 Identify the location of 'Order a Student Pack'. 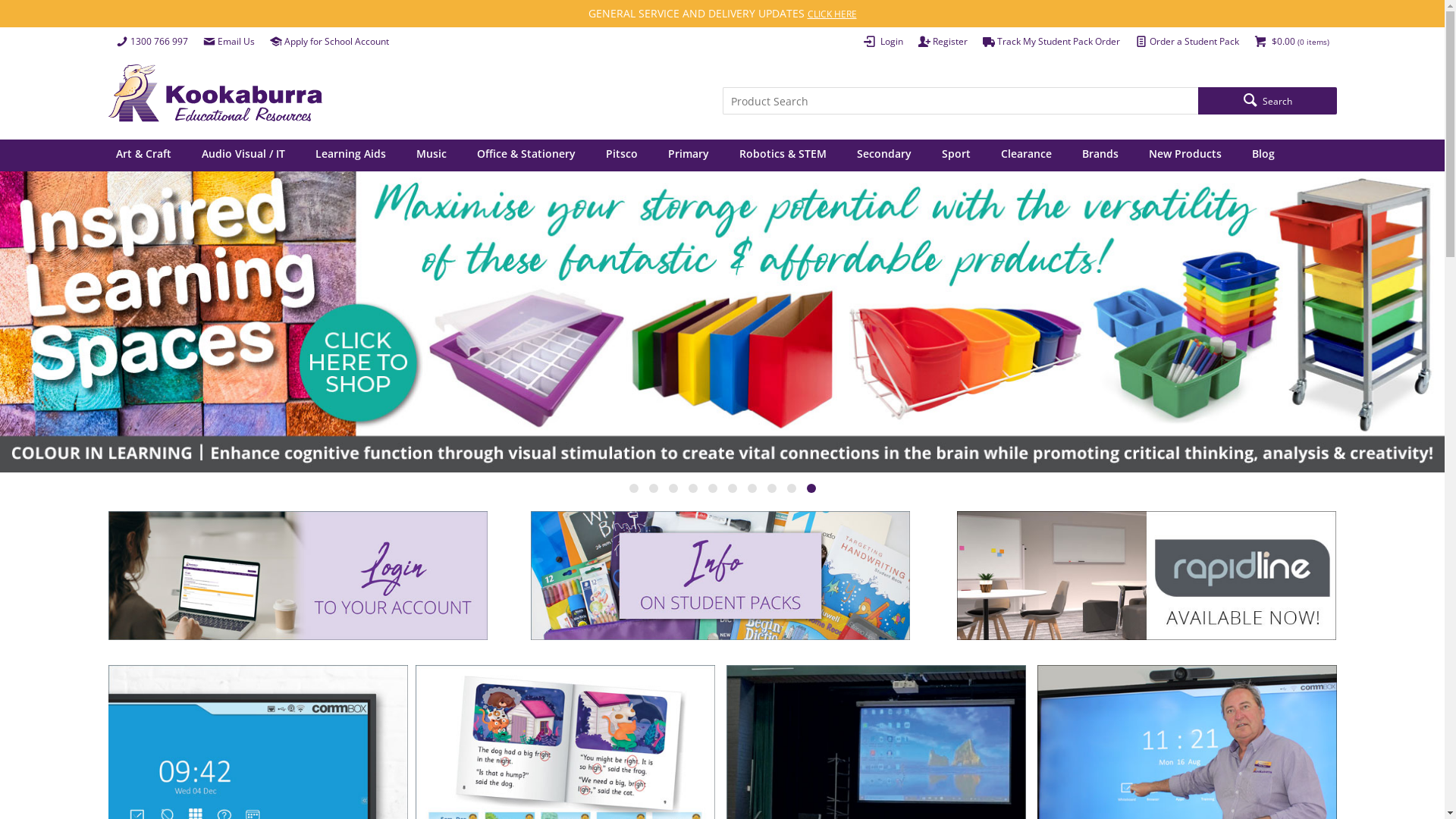
(1185, 40).